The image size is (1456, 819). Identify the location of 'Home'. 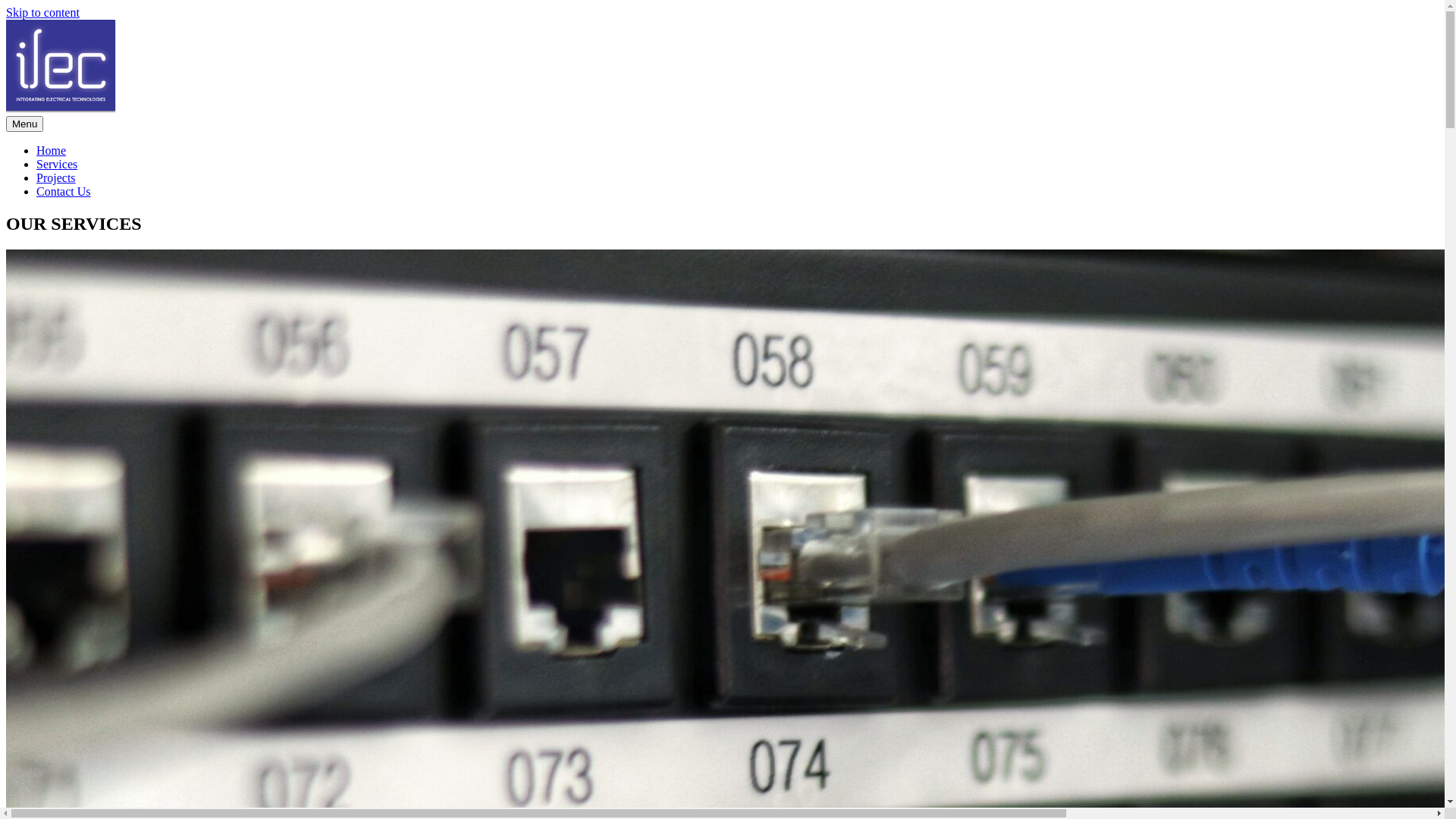
(51, 150).